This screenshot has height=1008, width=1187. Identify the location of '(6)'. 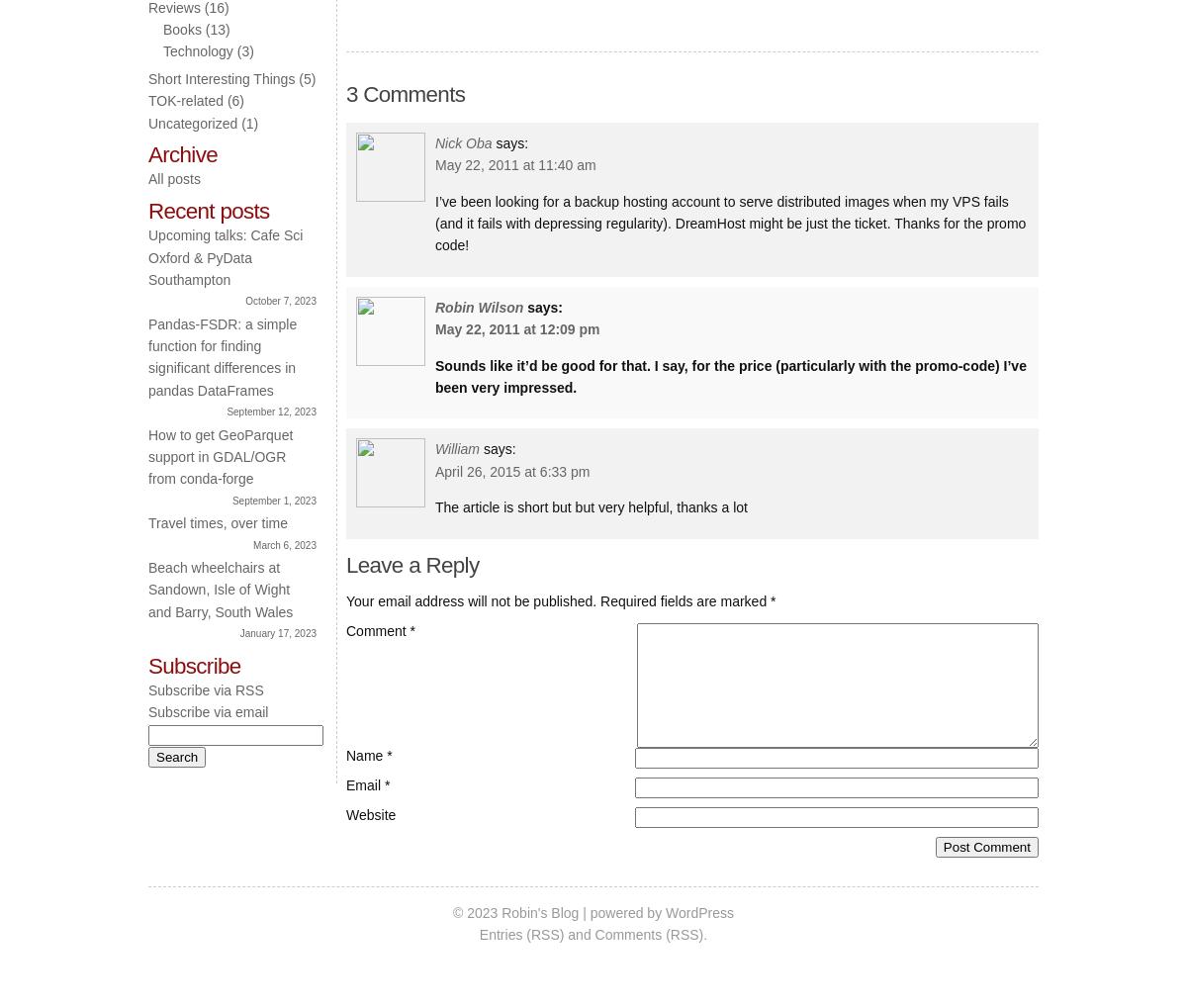
(232, 100).